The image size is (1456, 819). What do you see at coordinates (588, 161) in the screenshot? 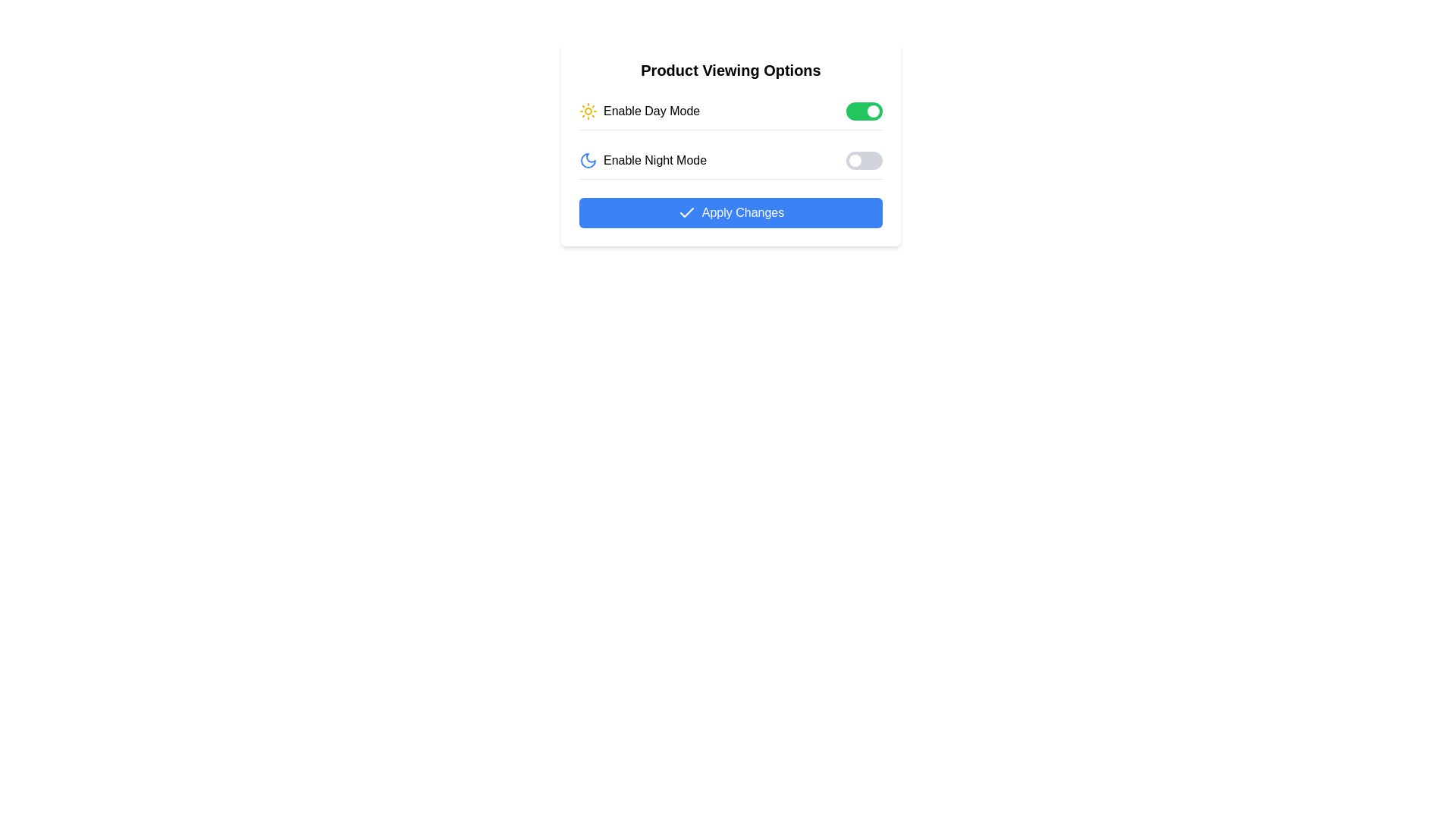
I see `the night mode icon, which indicates the functionality to toggle night mode, located to the left of the 'Enable Night Mode' text` at bounding box center [588, 161].